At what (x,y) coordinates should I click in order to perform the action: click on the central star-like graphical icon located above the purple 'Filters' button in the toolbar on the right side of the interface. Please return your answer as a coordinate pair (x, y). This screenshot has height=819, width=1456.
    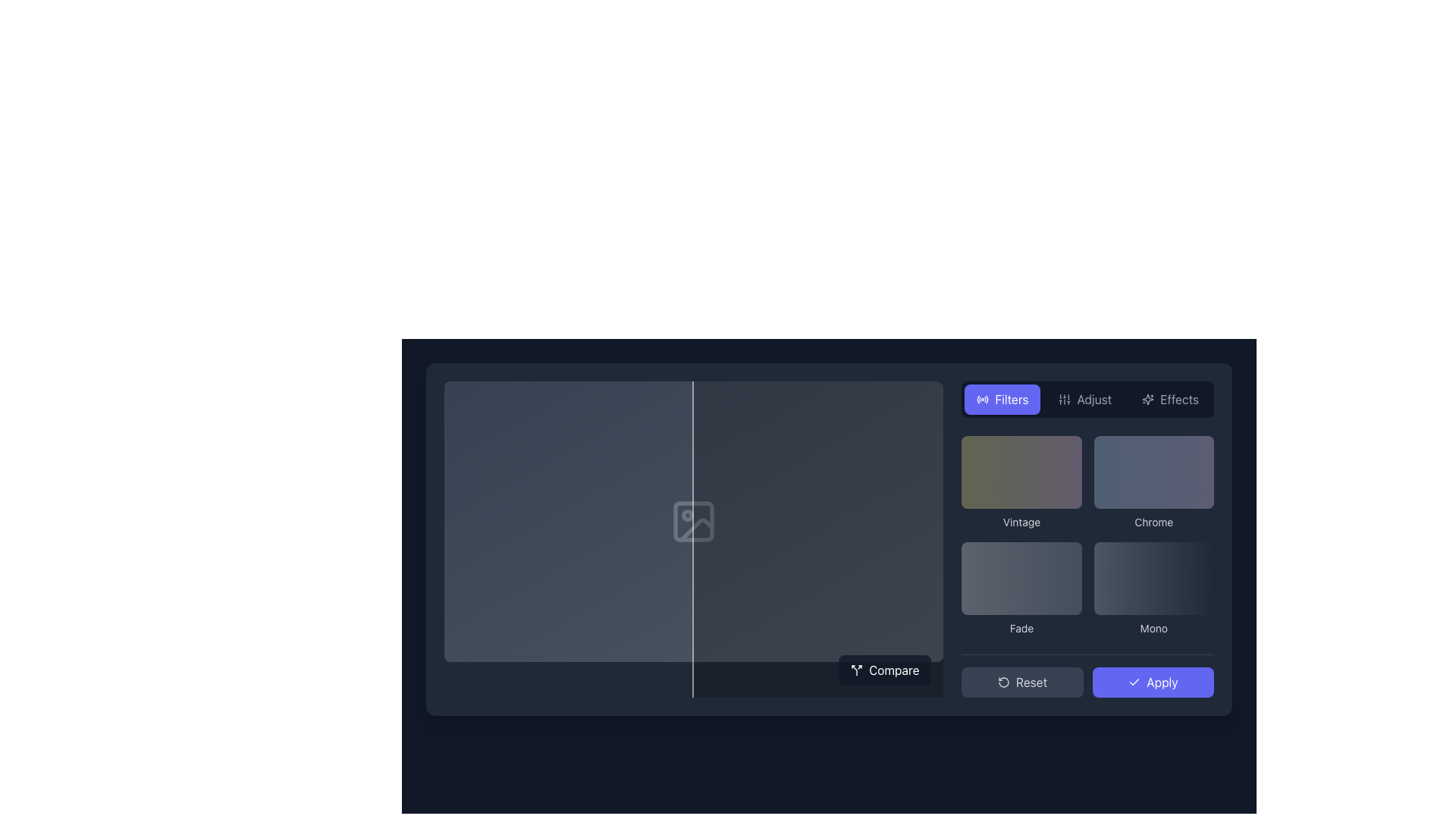
    Looking at the image, I should click on (1147, 399).